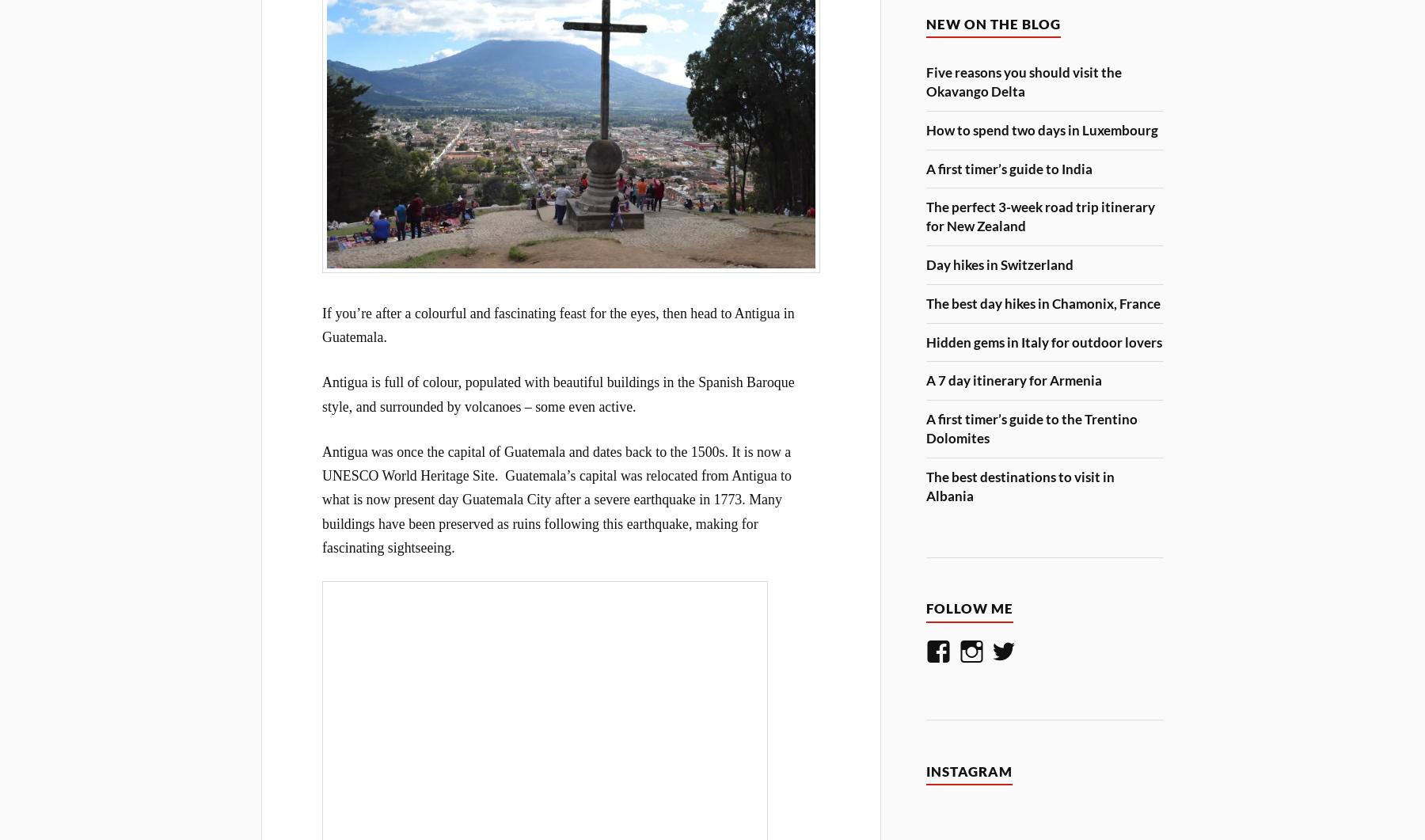 The image size is (1425, 840). I want to click on 'The perfect 3-week road trip itinerary for New Zealand', so click(1040, 215).